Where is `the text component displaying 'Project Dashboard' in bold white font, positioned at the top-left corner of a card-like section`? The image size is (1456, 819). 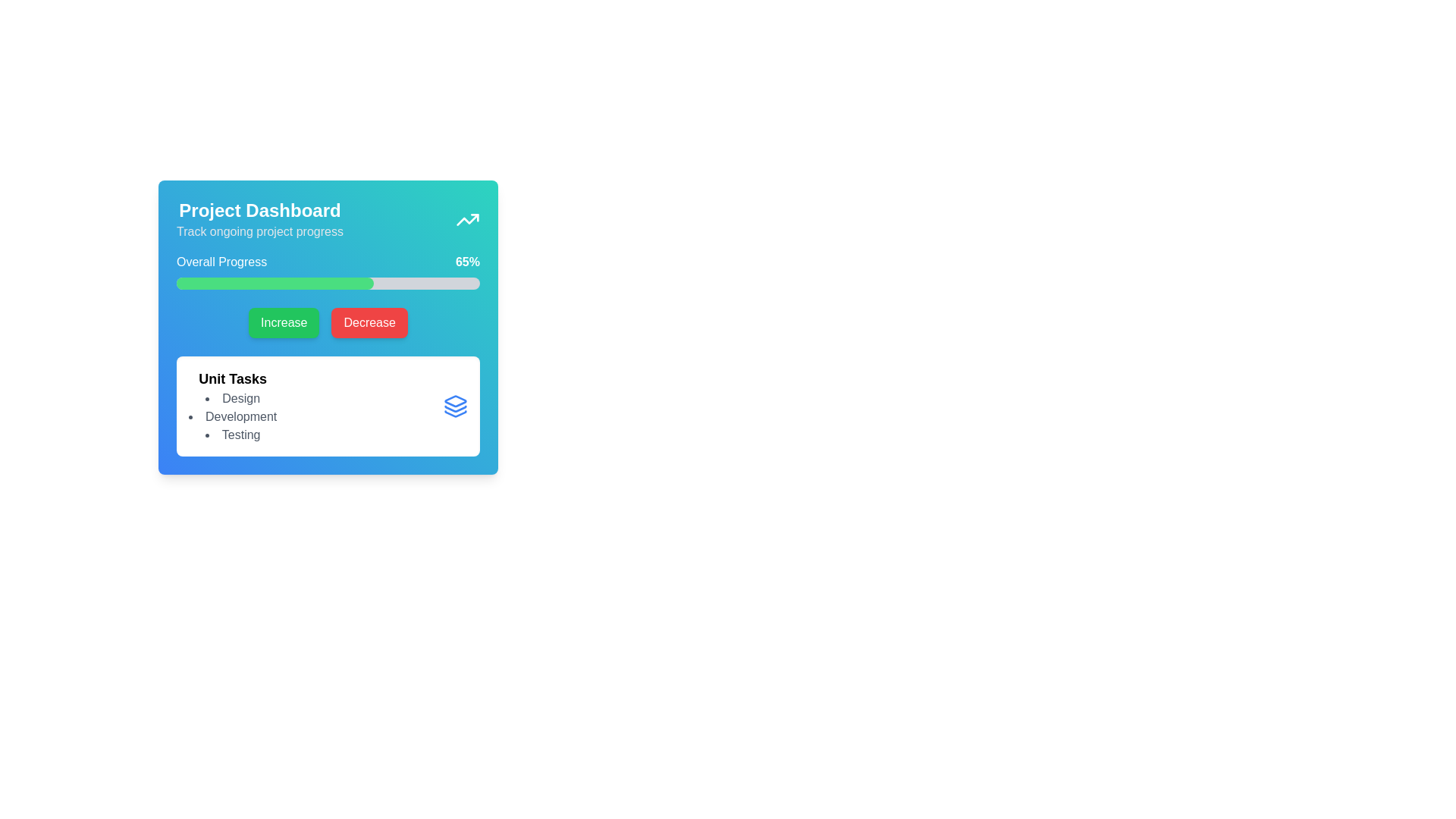
the text component displaying 'Project Dashboard' in bold white font, positioned at the top-left corner of a card-like section is located at coordinates (259, 210).